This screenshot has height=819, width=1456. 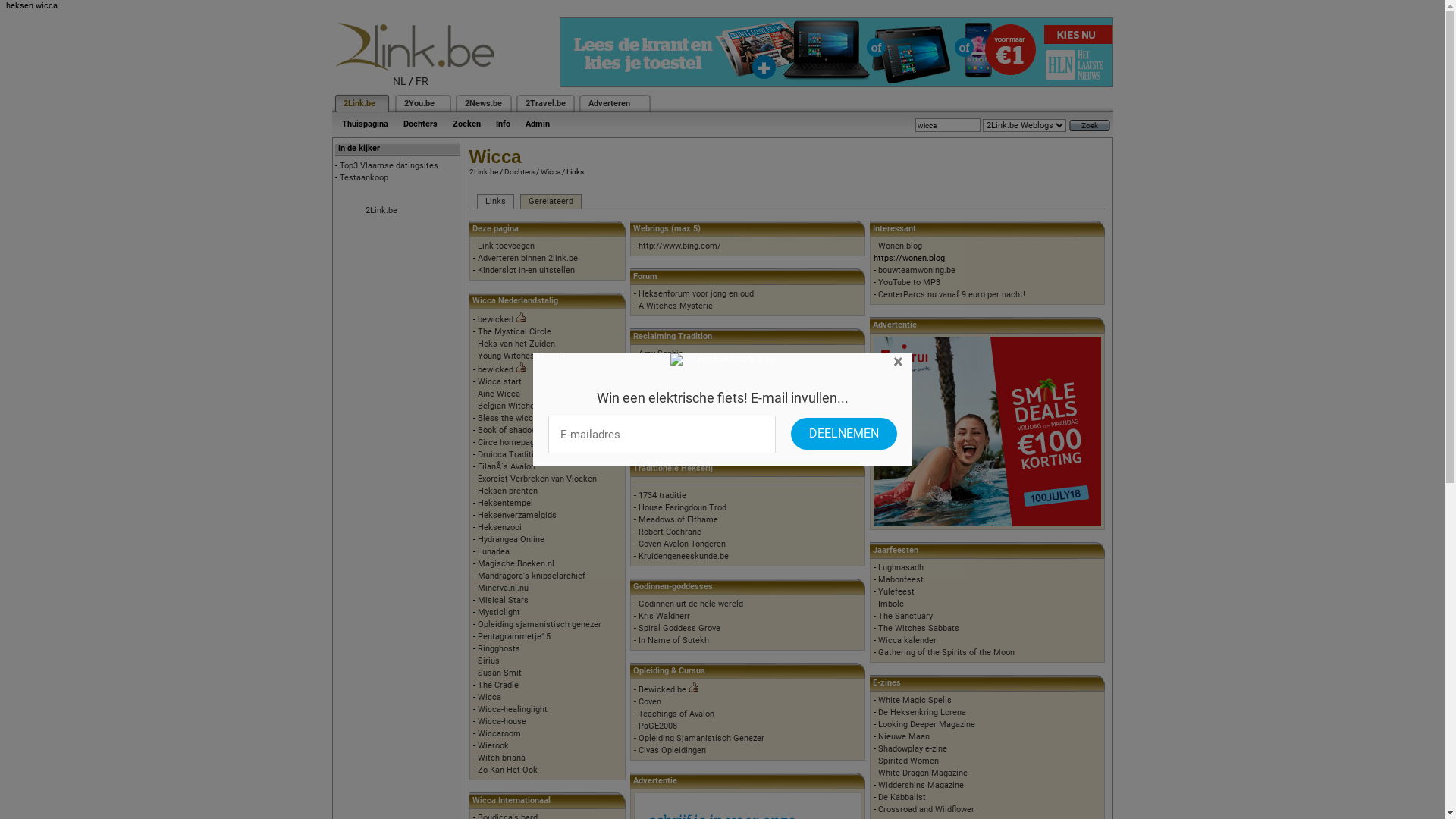 I want to click on 'Susan Smit', so click(x=499, y=672).